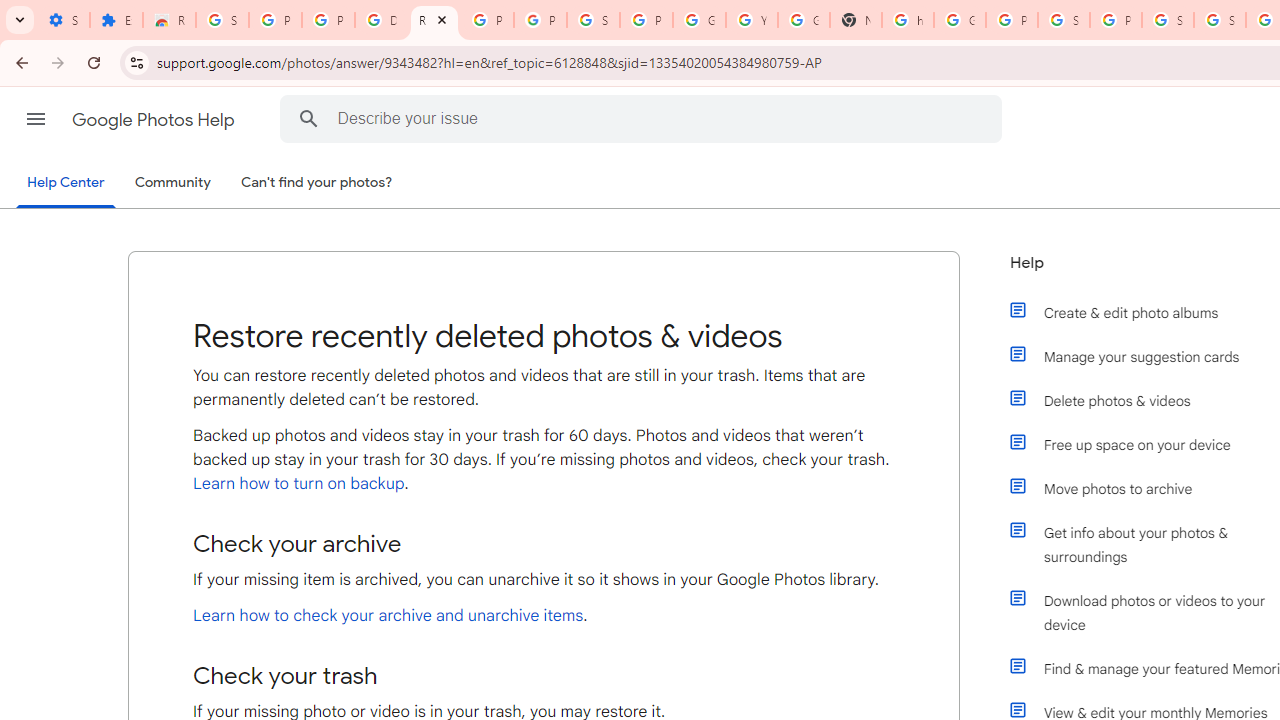  I want to click on 'Back', so click(19, 61).